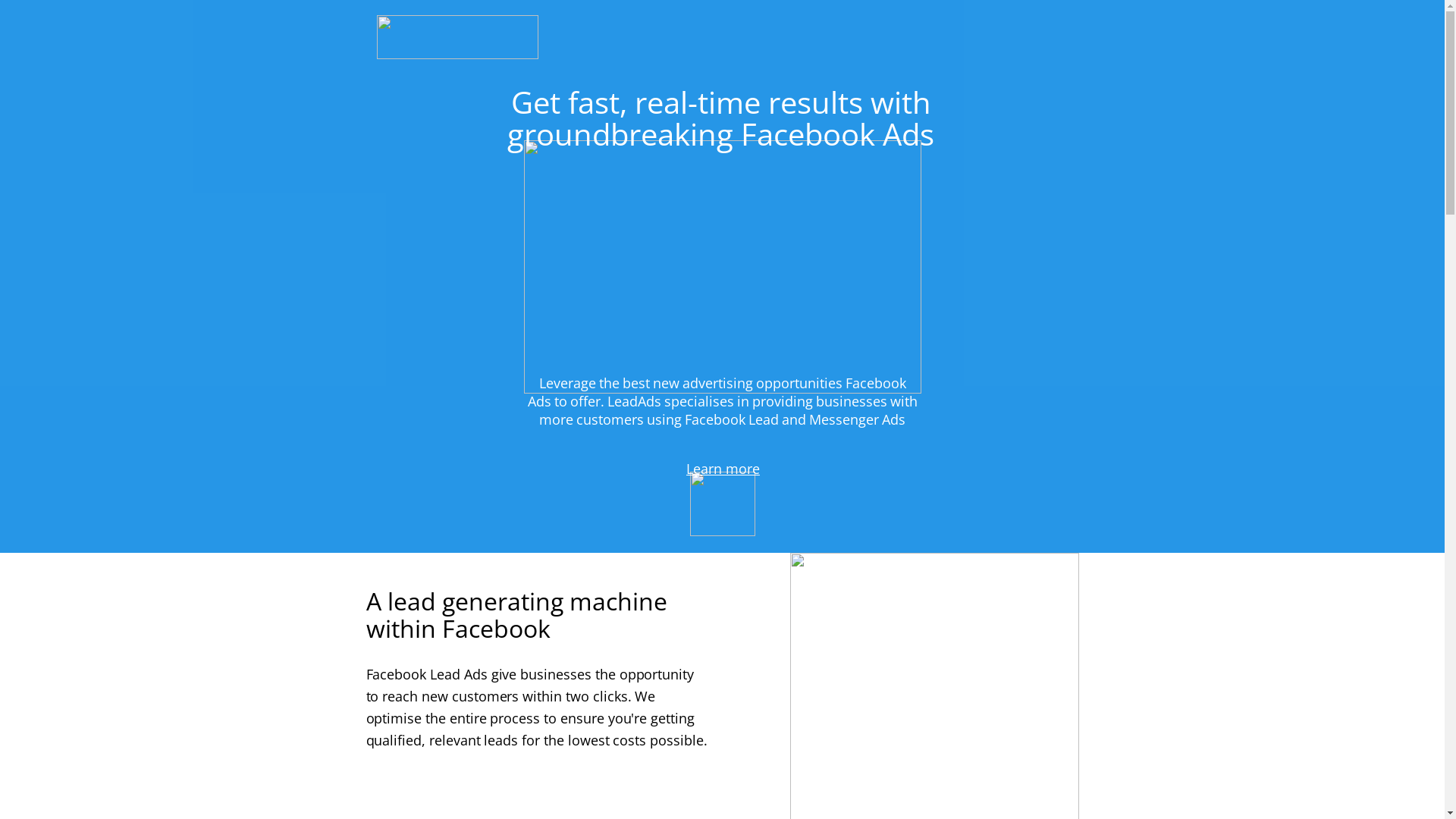  Describe the element at coordinates (722, 469) in the screenshot. I see `'Learn more'` at that location.